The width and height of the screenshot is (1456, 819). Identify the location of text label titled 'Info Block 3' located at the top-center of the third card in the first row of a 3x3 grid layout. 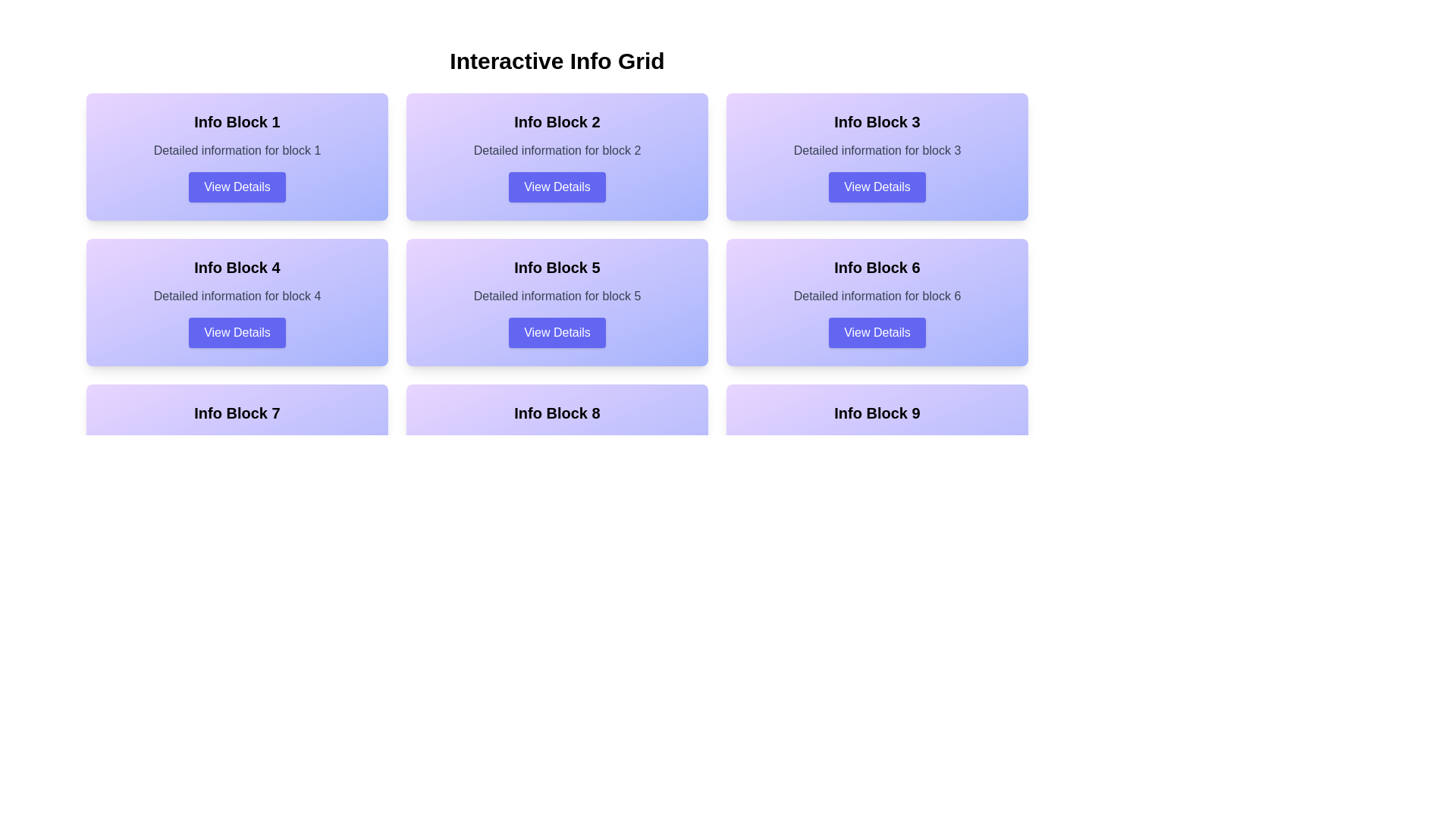
(877, 121).